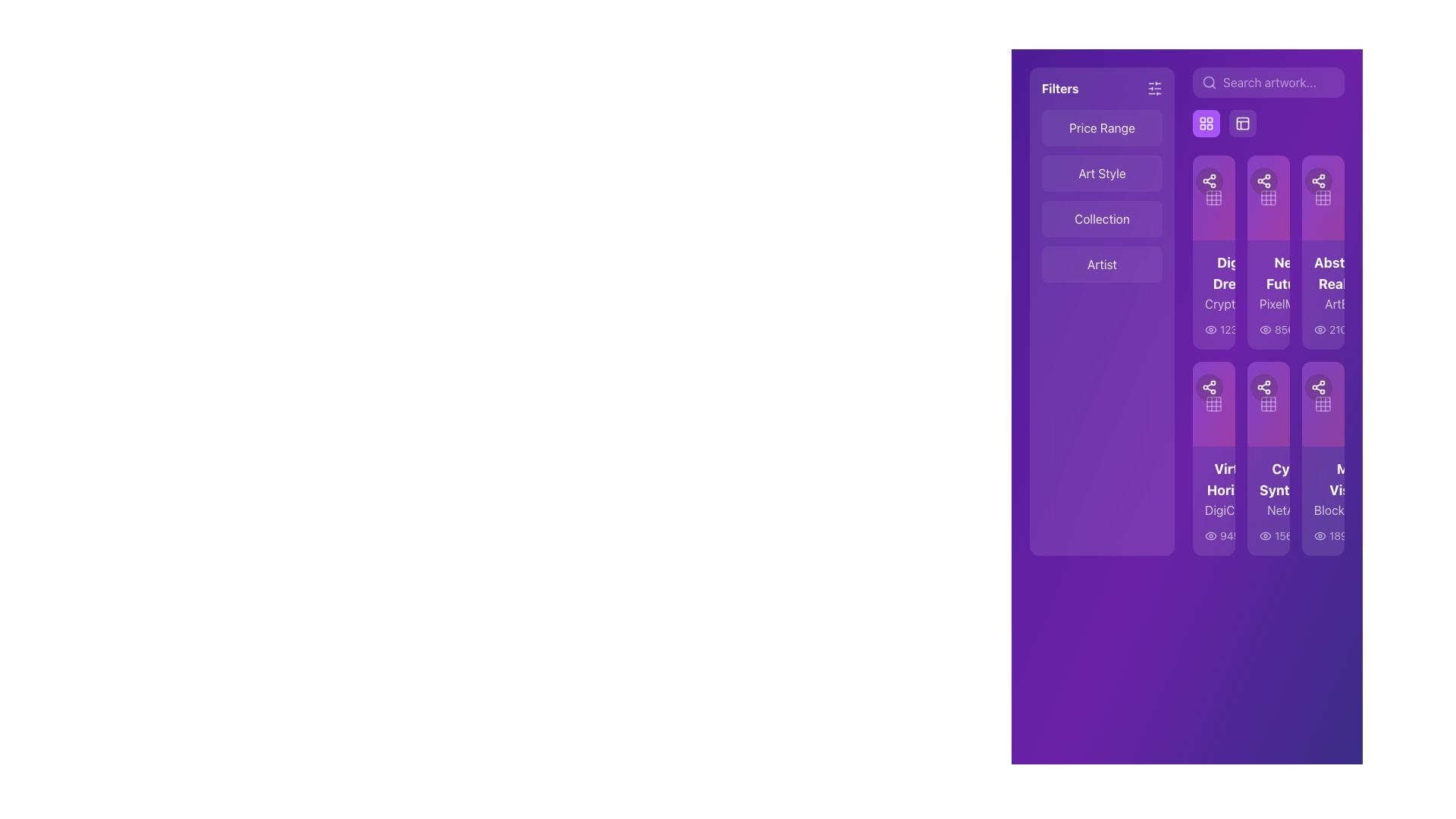 This screenshot has height=819, width=1456. Describe the element at coordinates (1269, 251) in the screenshot. I see `the second Card Component in the gallery` at that location.